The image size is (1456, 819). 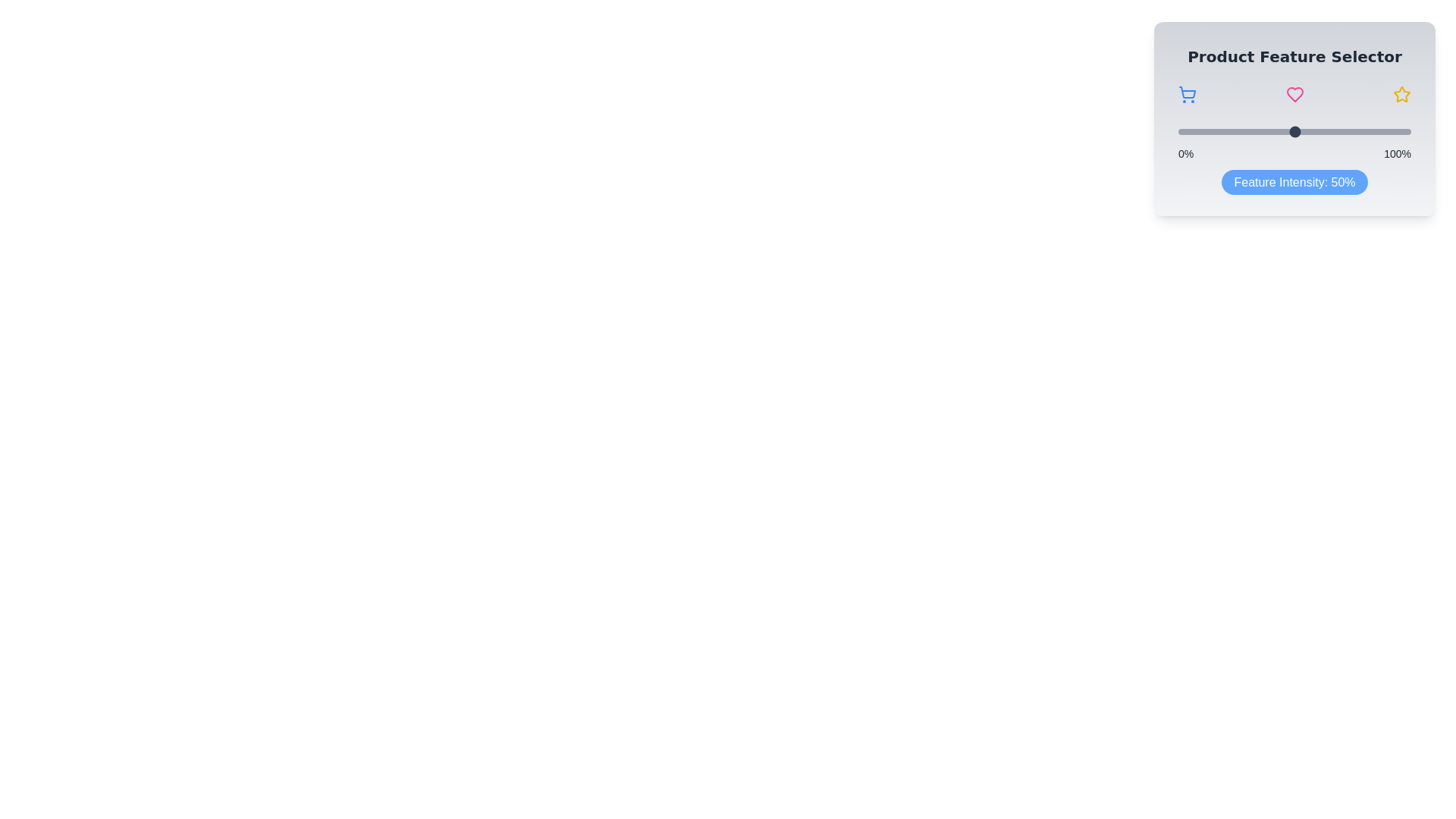 What do you see at coordinates (1294, 130) in the screenshot?
I see `the slider to set the feature intensity to 50%` at bounding box center [1294, 130].